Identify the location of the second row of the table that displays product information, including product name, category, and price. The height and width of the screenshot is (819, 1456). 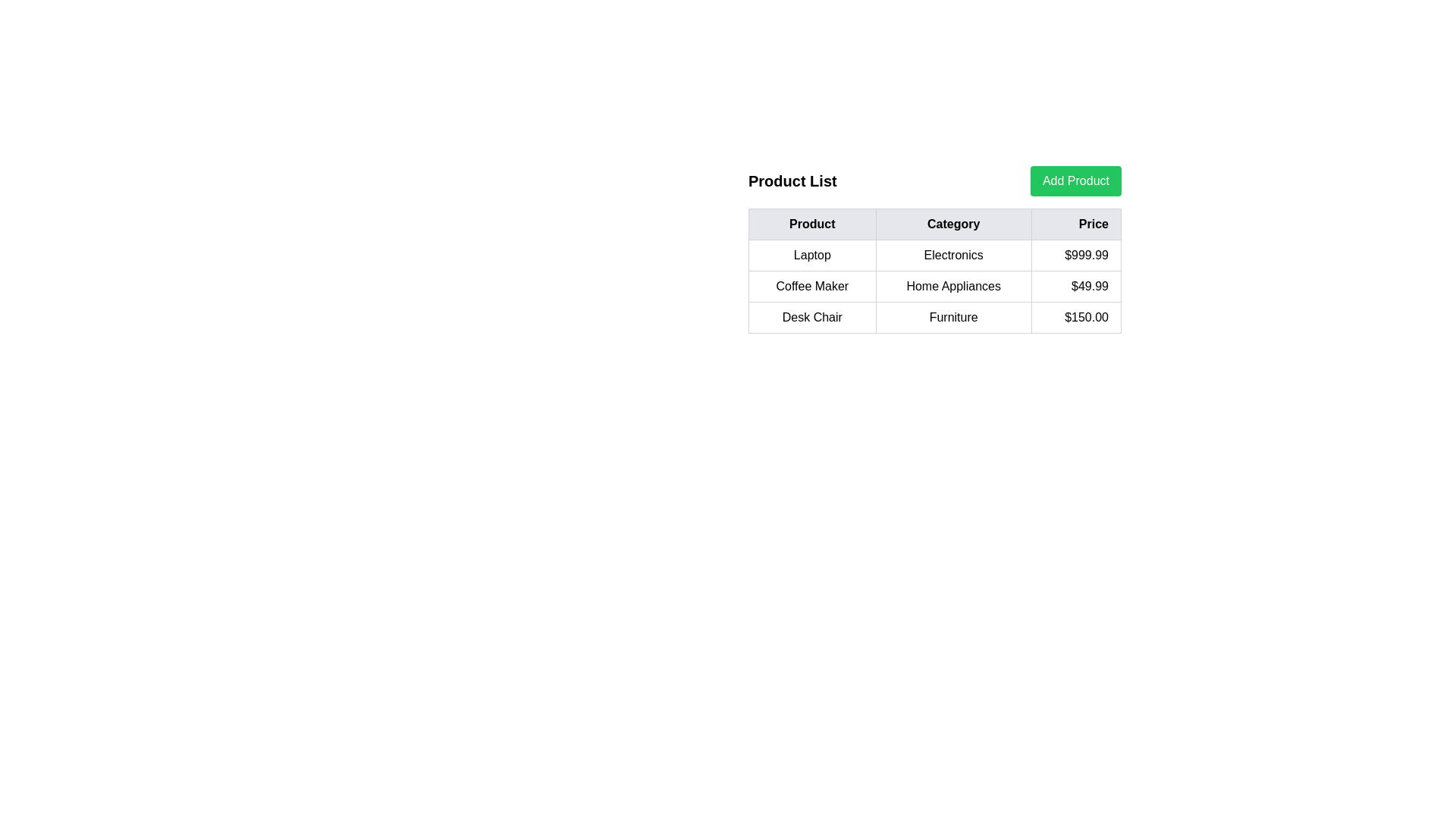
(934, 287).